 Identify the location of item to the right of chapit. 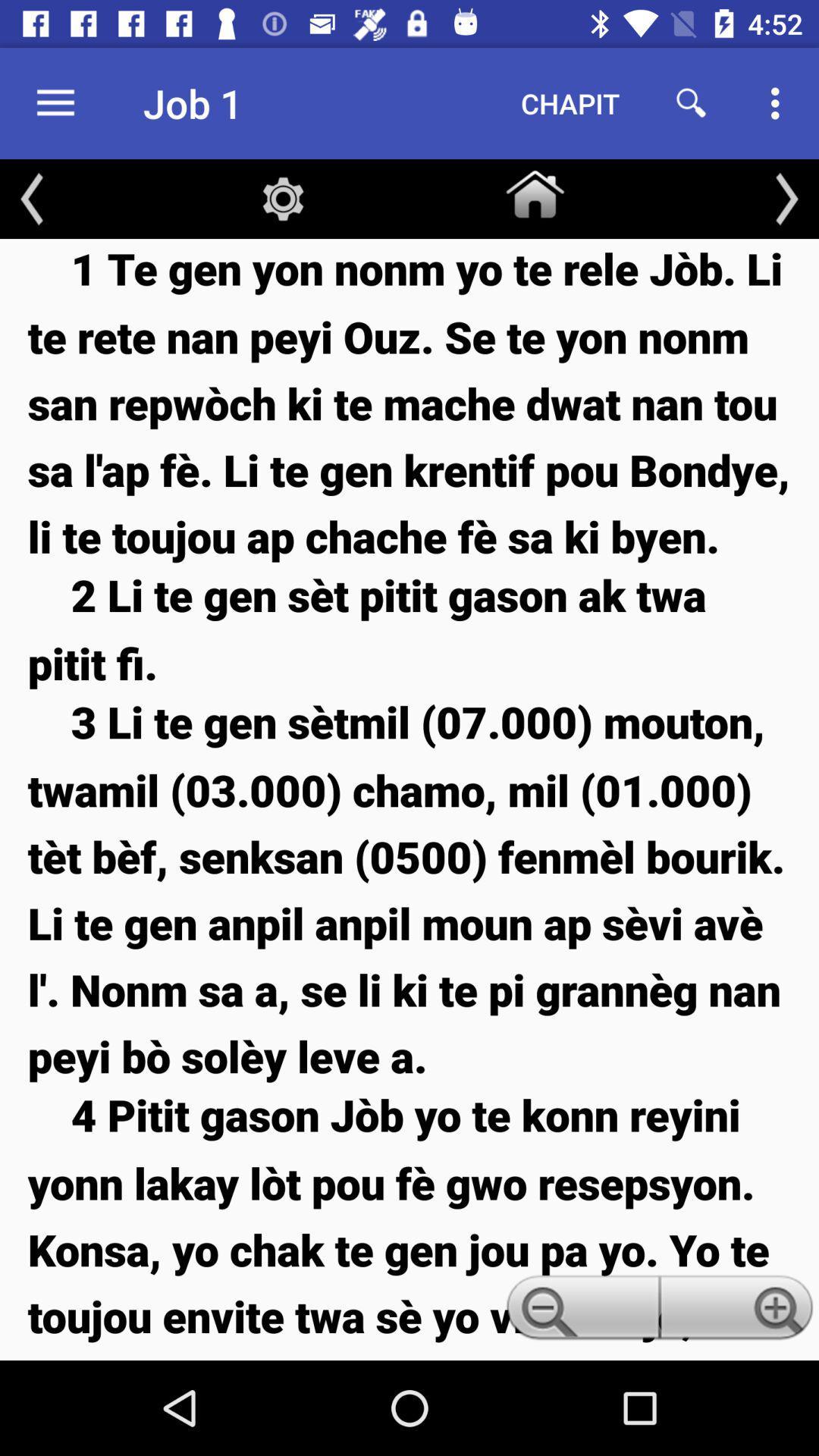
(691, 102).